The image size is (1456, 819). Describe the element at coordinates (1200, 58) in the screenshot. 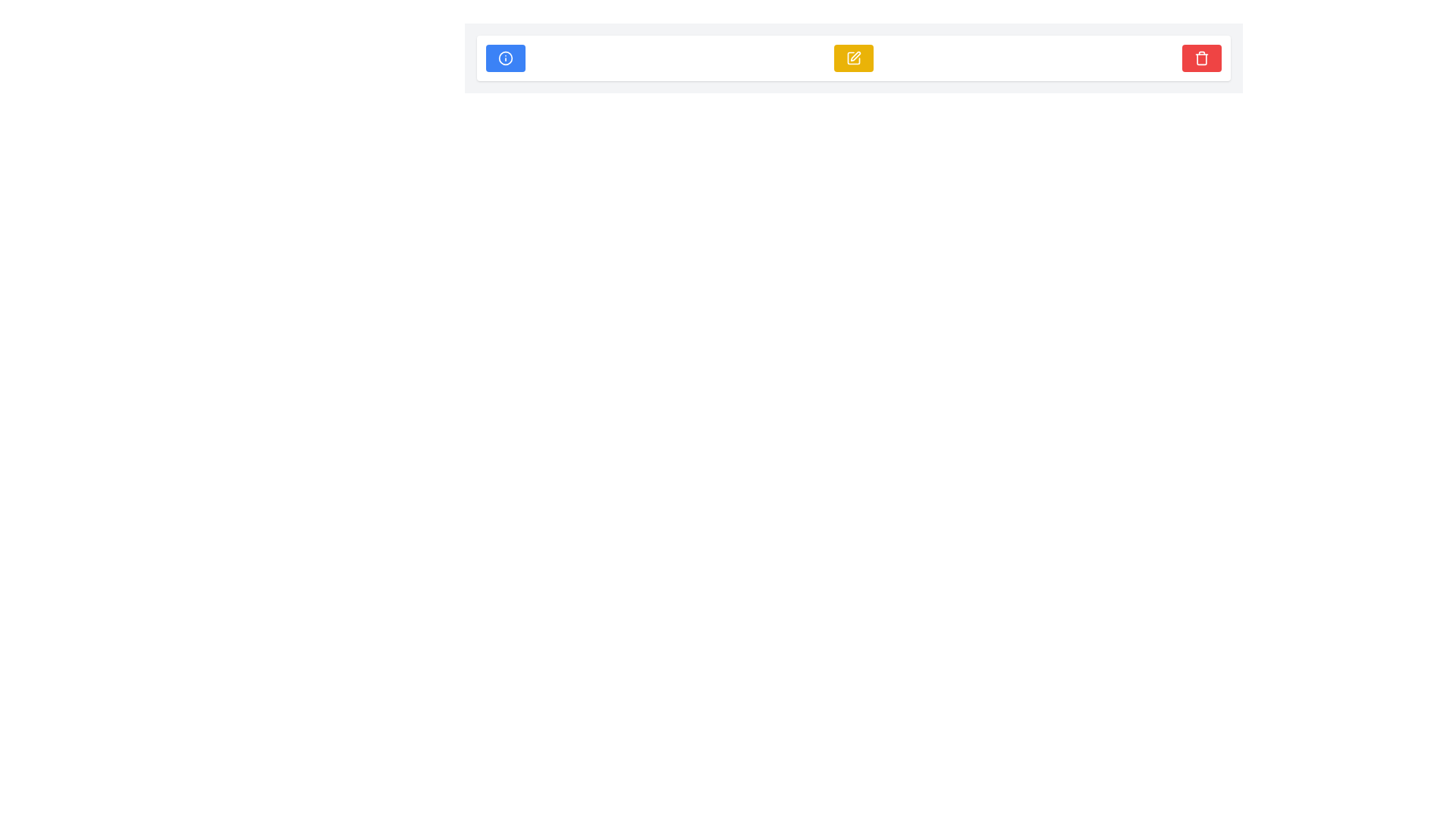

I see `the trash can icon button located at the rightmost part of the horizontal action bar` at that location.